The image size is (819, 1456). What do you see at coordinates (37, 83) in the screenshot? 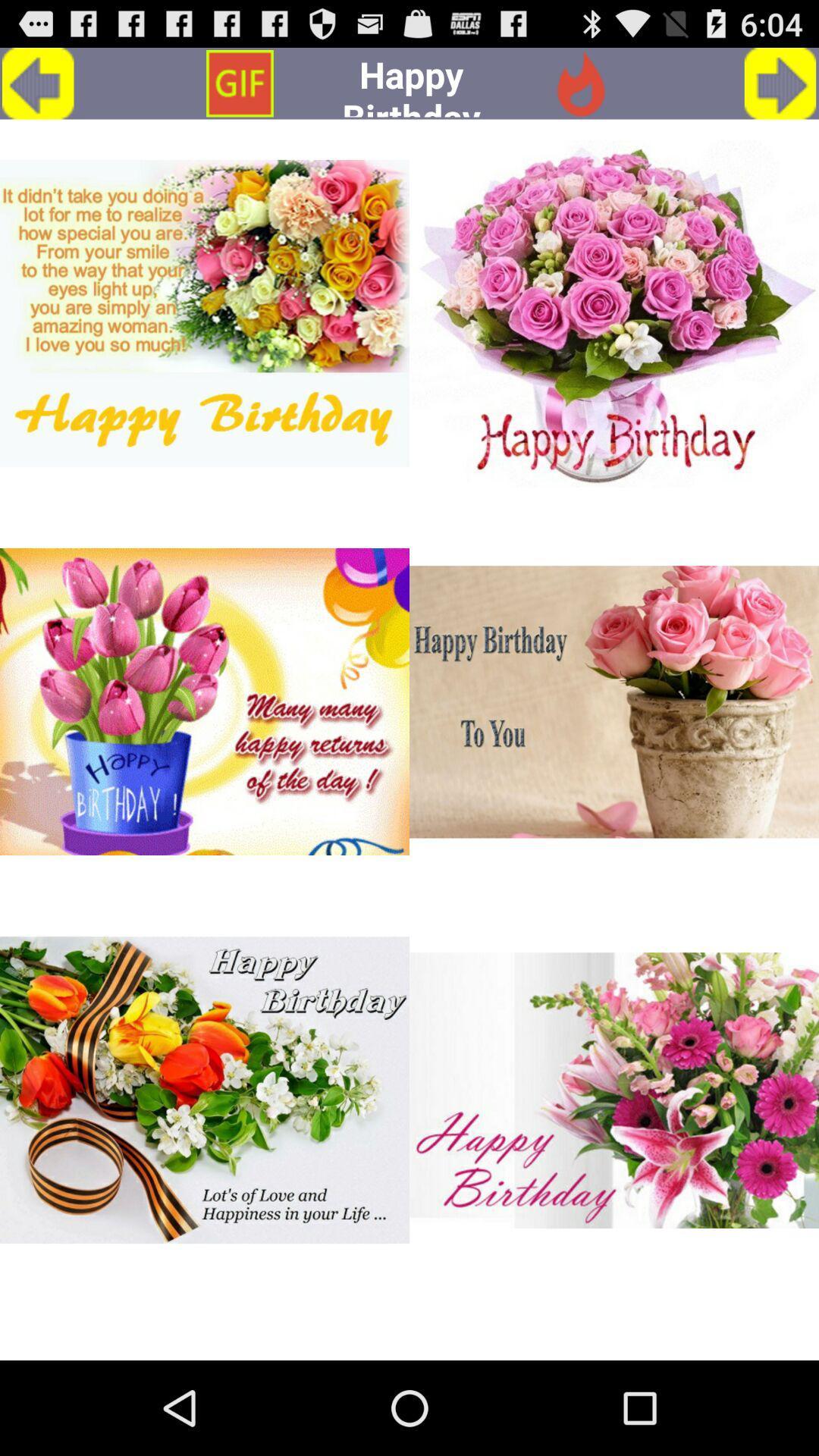
I see `previous` at bounding box center [37, 83].